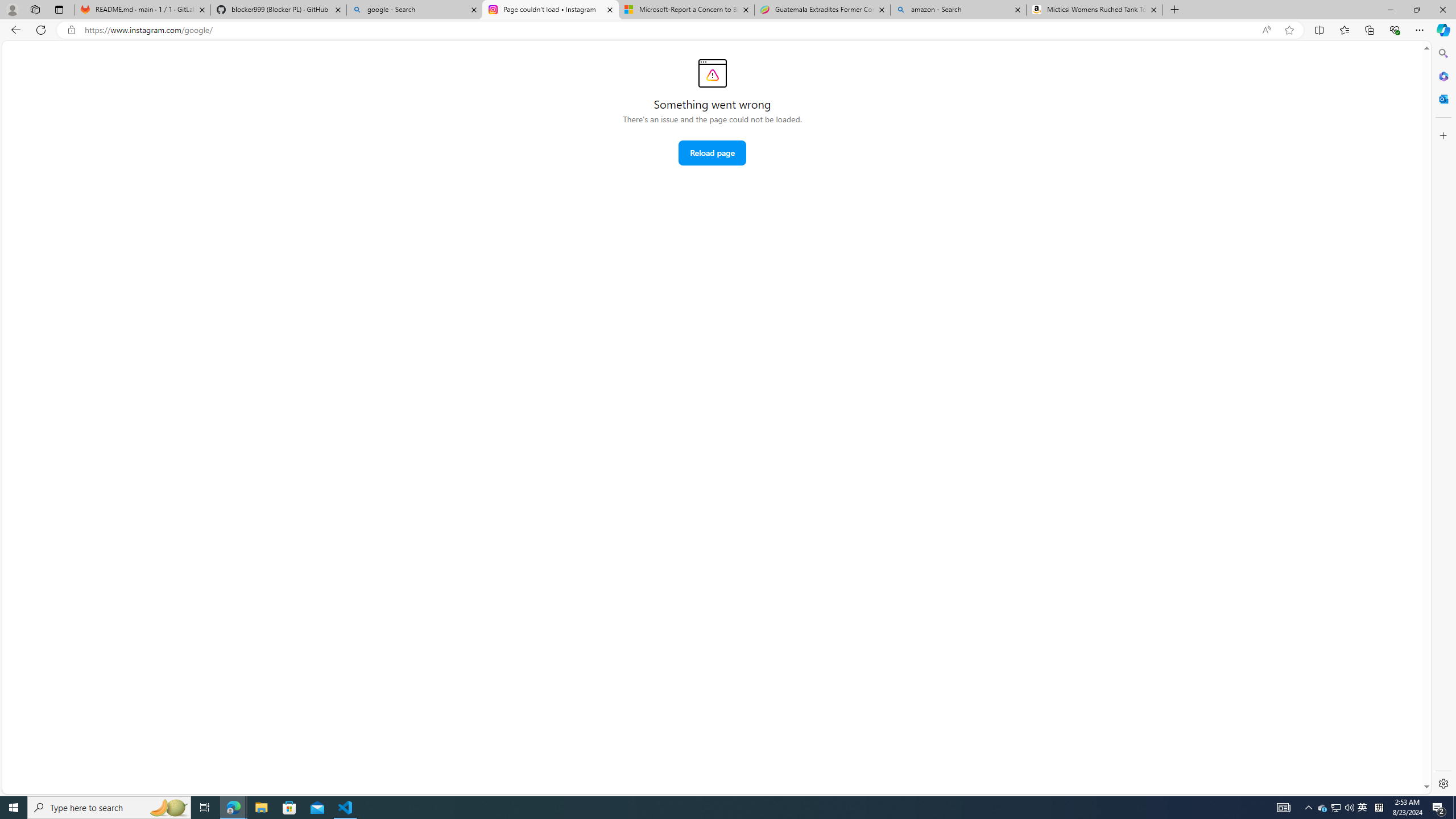 This screenshot has height=819, width=1456. What do you see at coordinates (1289, 30) in the screenshot?
I see `'Add this page to favorites (Ctrl+D)'` at bounding box center [1289, 30].